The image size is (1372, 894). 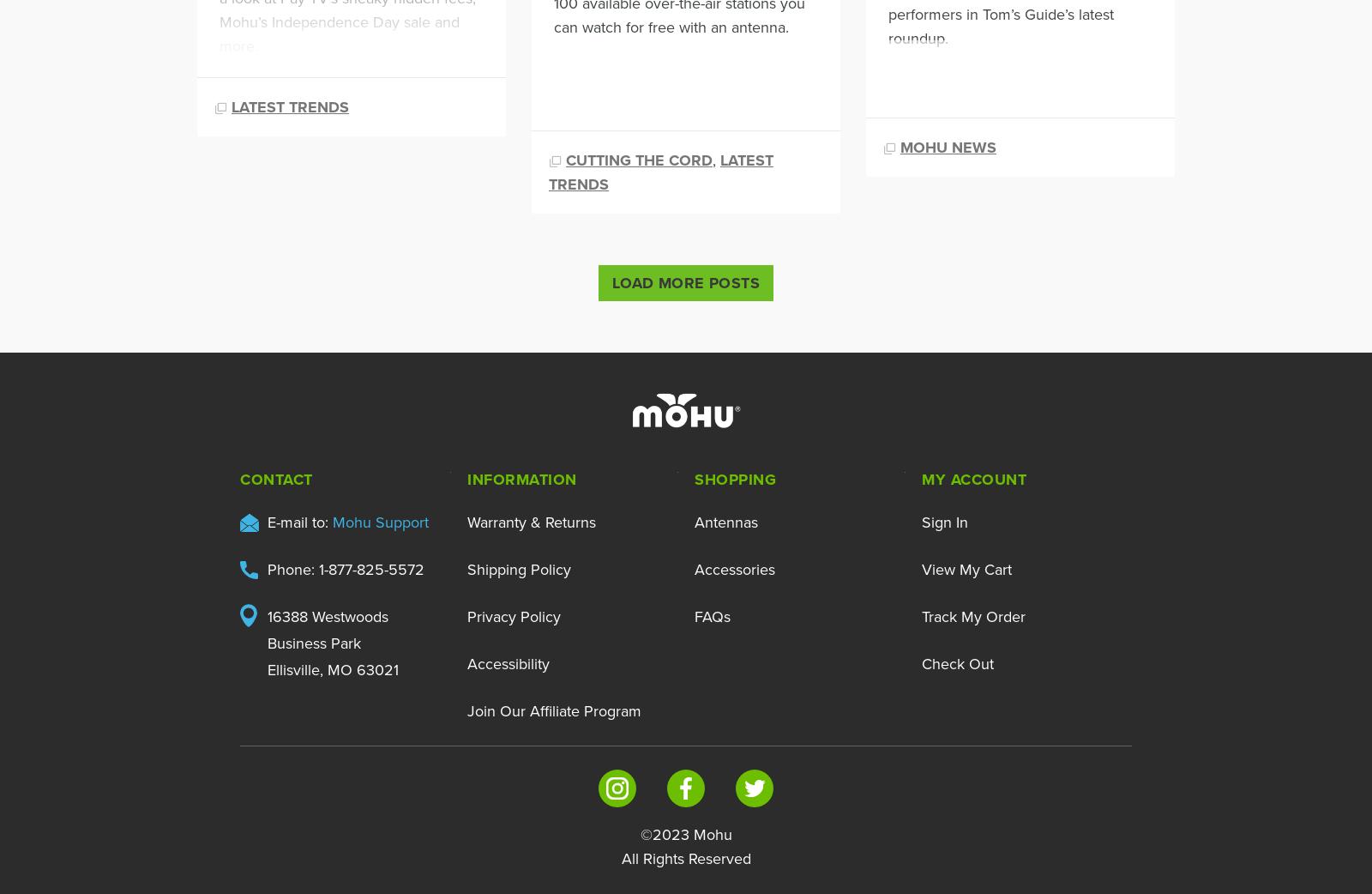 What do you see at coordinates (715, 158) in the screenshot?
I see `','` at bounding box center [715, 158].